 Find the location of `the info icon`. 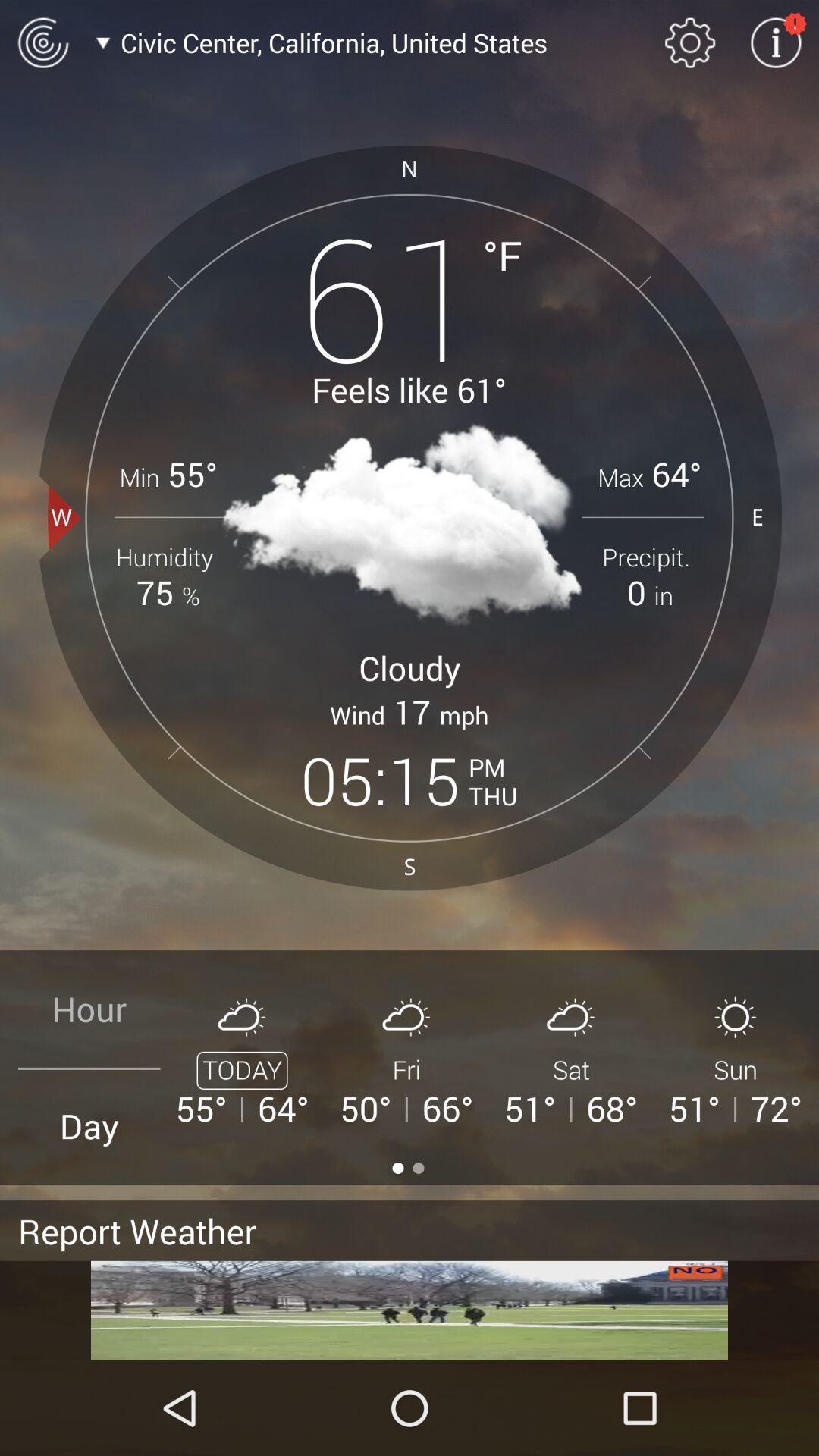

the info icon is located at coordinates (776, 42).